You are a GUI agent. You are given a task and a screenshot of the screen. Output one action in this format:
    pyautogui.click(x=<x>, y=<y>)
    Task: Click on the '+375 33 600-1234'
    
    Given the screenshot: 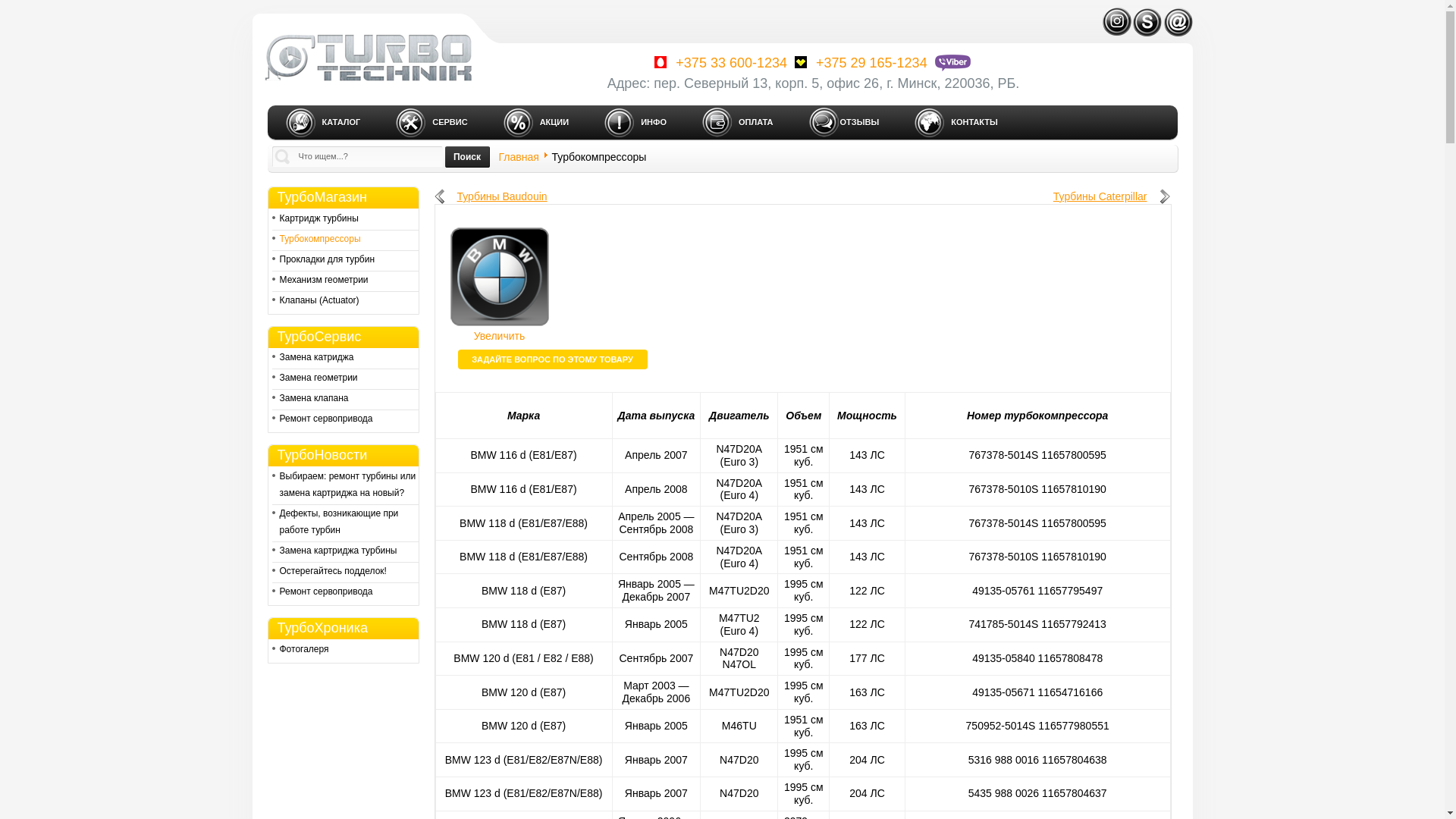 What is the action you would take?
    pyautogui.click(x=718, y=62)
    